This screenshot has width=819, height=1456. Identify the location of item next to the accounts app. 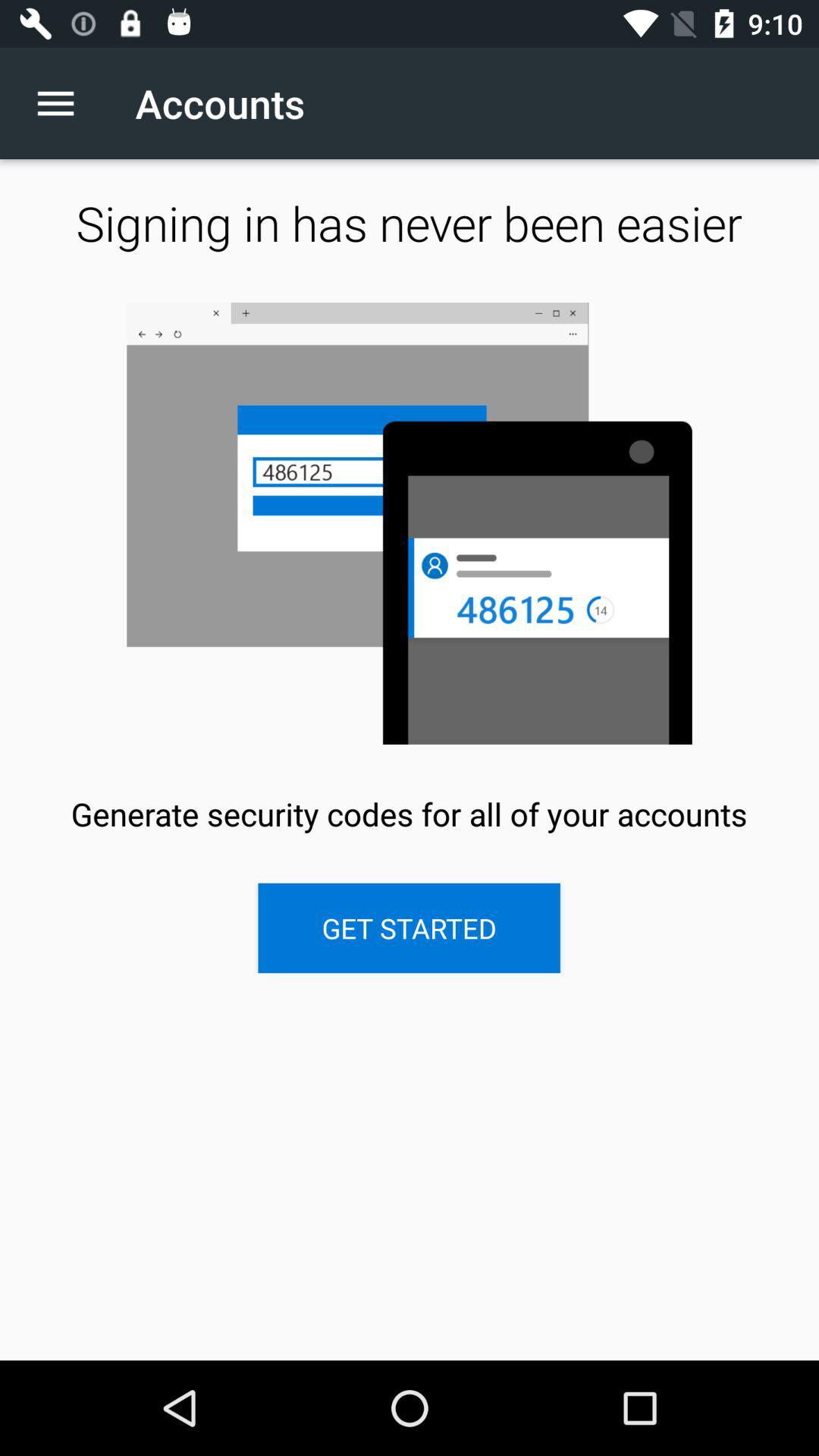
(63, 102).